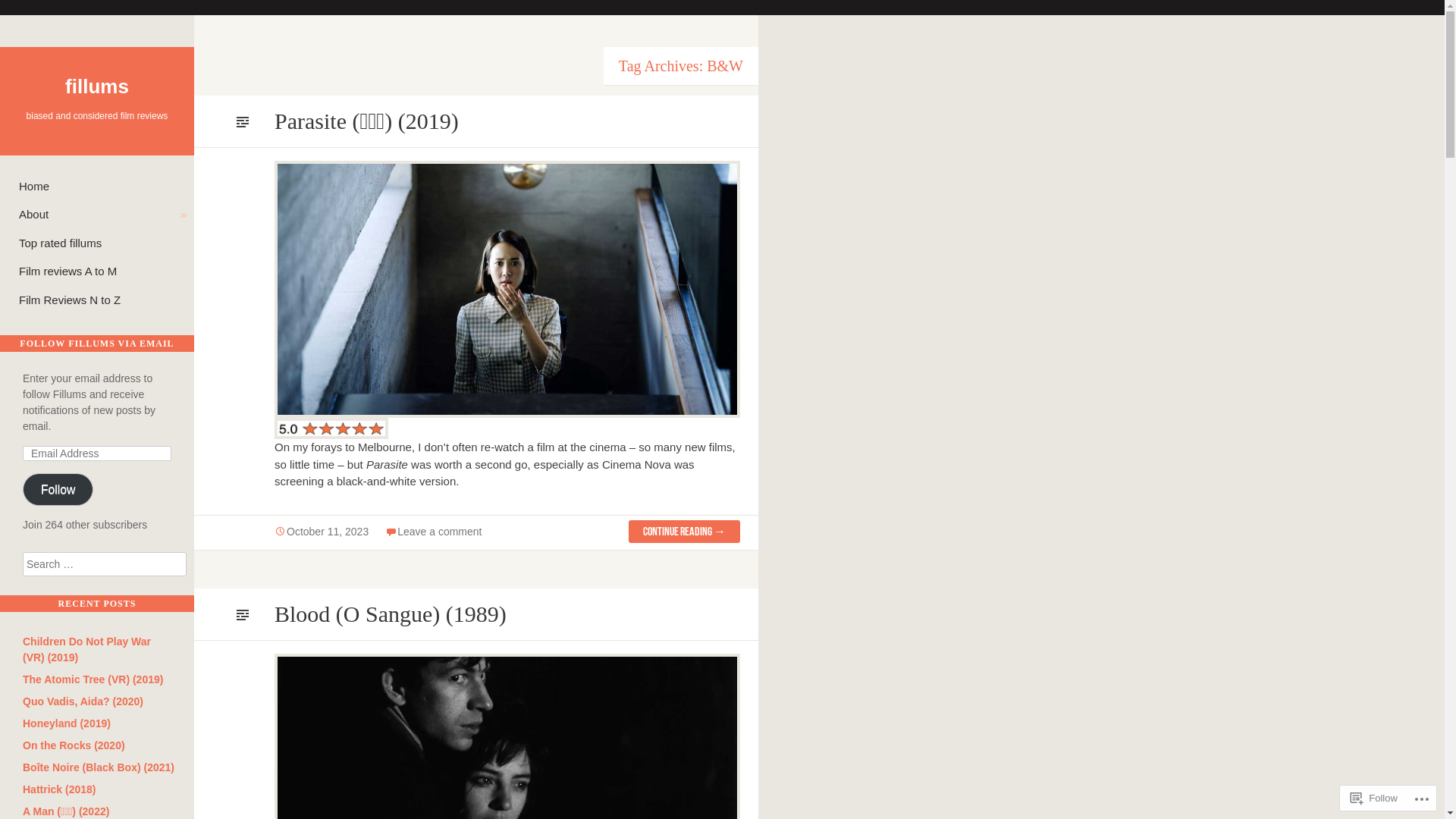 The image size is (1456, 819). Describe the element at coordinates (22, 722) in the screenshot. I see `'Honeyland (2019)'` at that location.